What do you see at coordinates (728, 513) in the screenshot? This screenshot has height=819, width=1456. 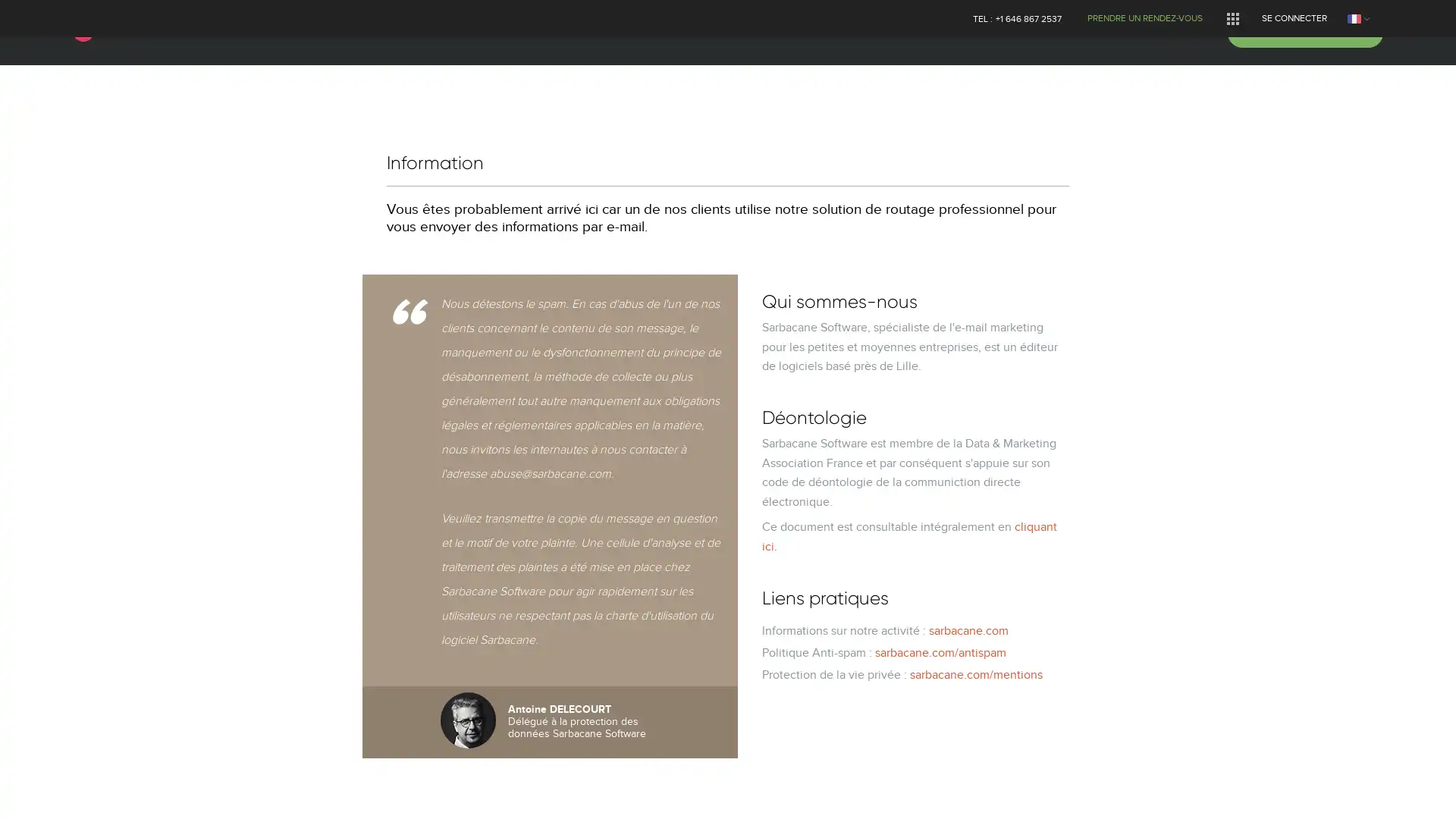 I see `Je choisis` at bounding box center [728, 513].